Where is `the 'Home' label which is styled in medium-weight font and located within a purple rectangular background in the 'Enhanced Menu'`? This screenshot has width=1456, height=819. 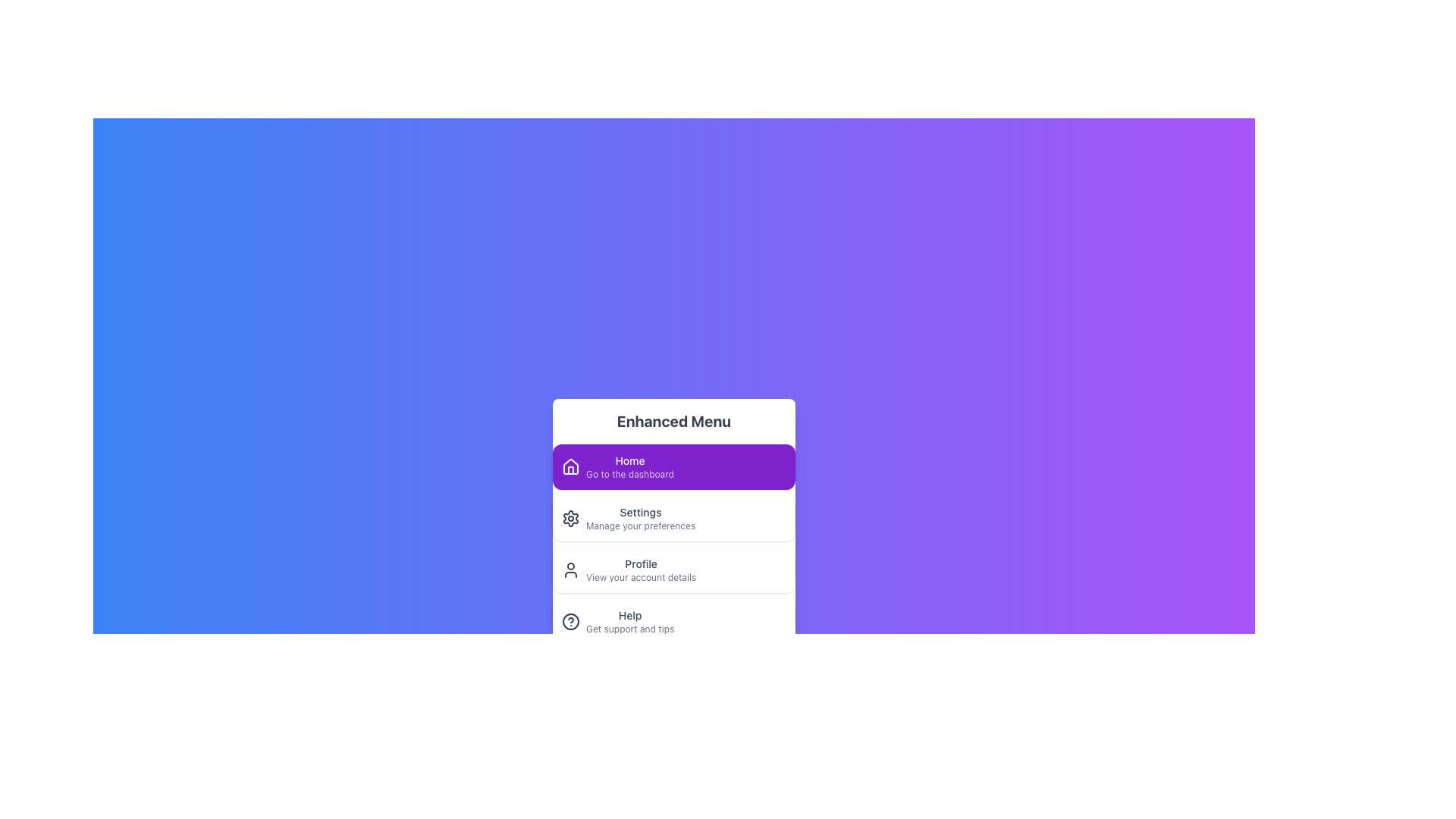
the 'Home' label which is styled in medium-weight font and located within a purple rectangular background in the 'Enhanced Menu' is located at coordinates (629, 460).